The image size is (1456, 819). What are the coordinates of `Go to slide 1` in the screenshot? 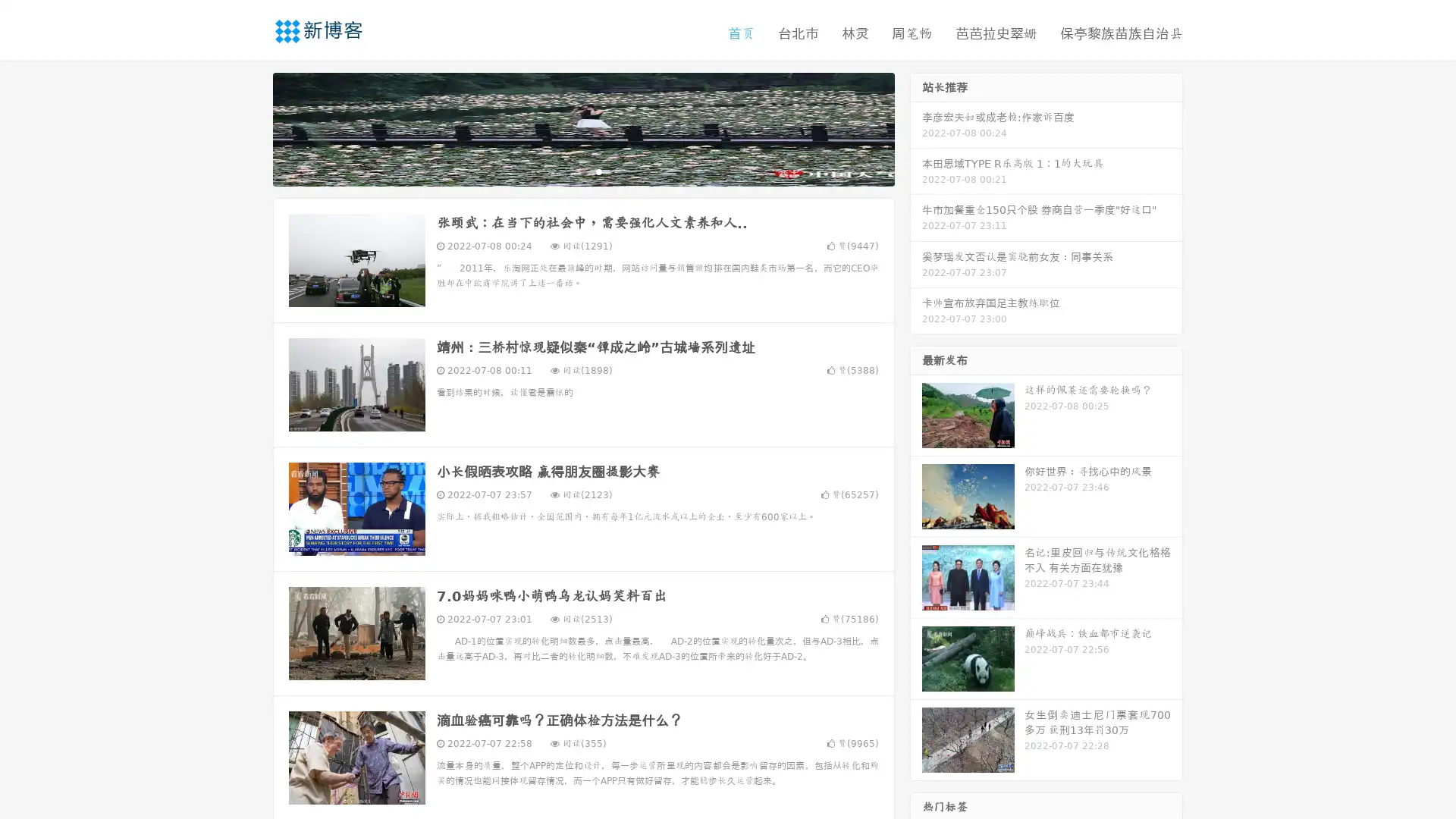 It's located at (567, 171).